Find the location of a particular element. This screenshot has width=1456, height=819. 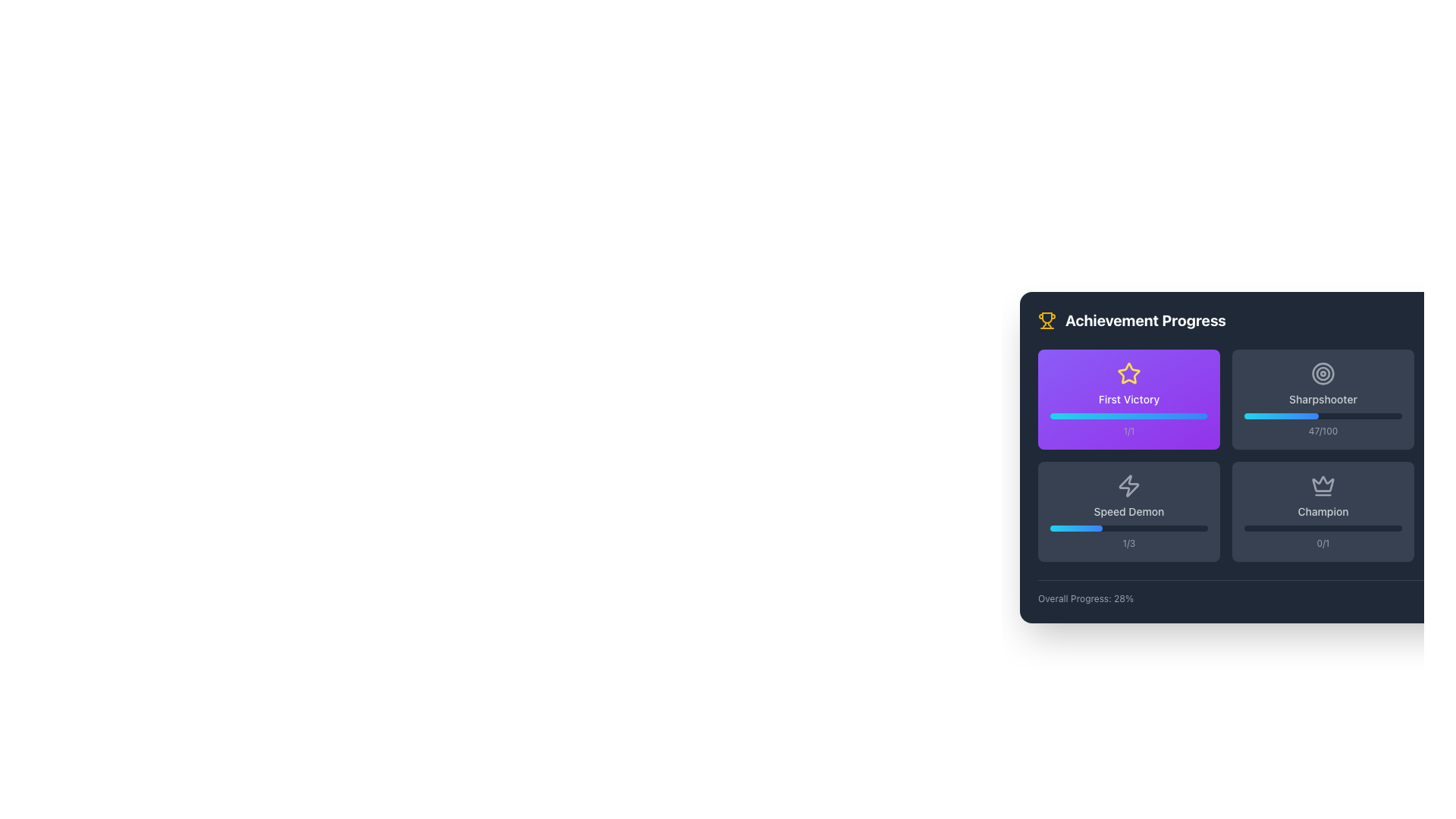

the star-shaped icon with vibrant yellow edges, located centrally in a purple background rectangle above the 'First Victory' text, to interact with the achievement is located at coordinates (1128, 373).